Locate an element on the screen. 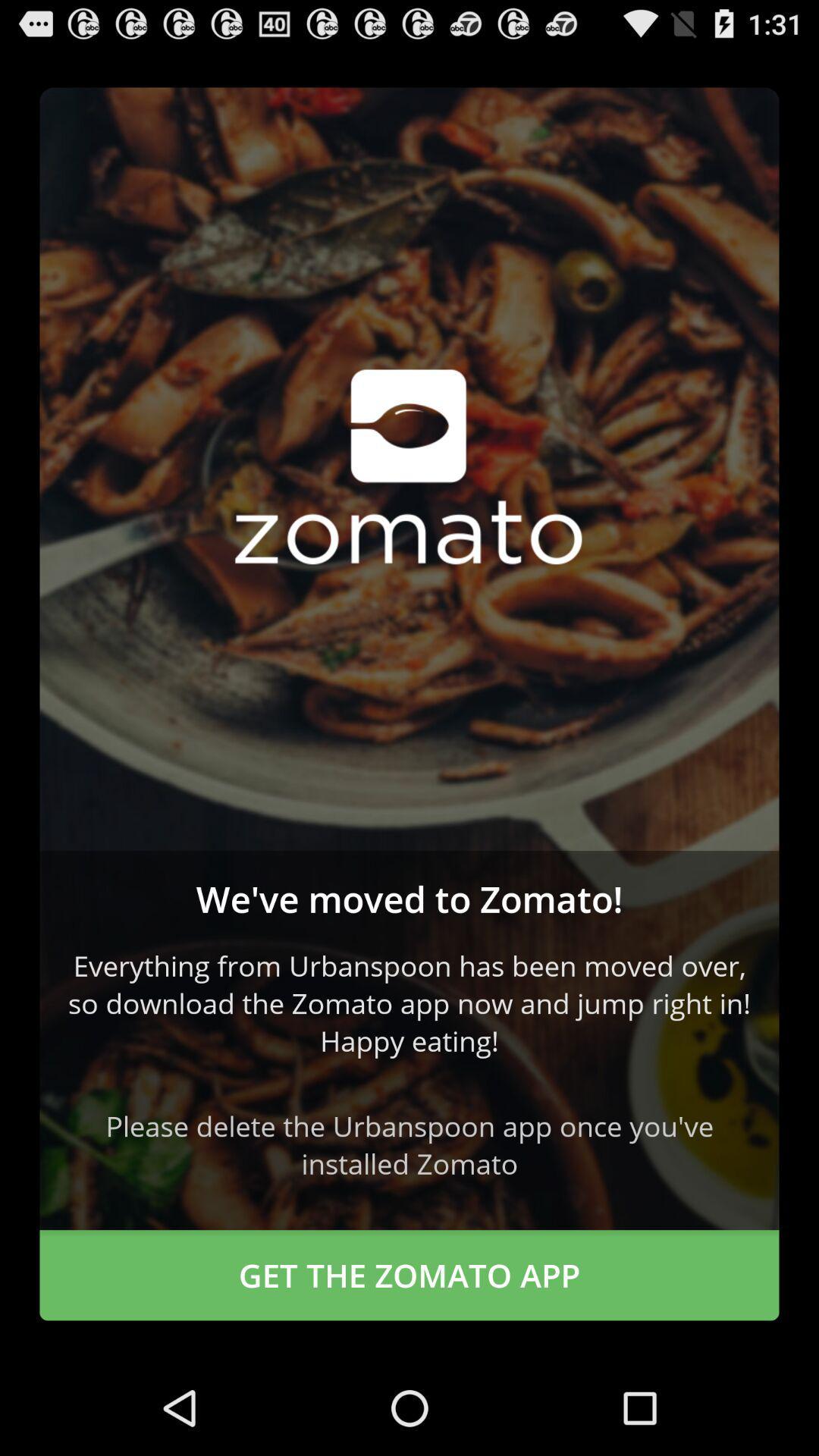 The height and width of the screenshot is (1456, 819). open app is located at coordinates (409, 468).